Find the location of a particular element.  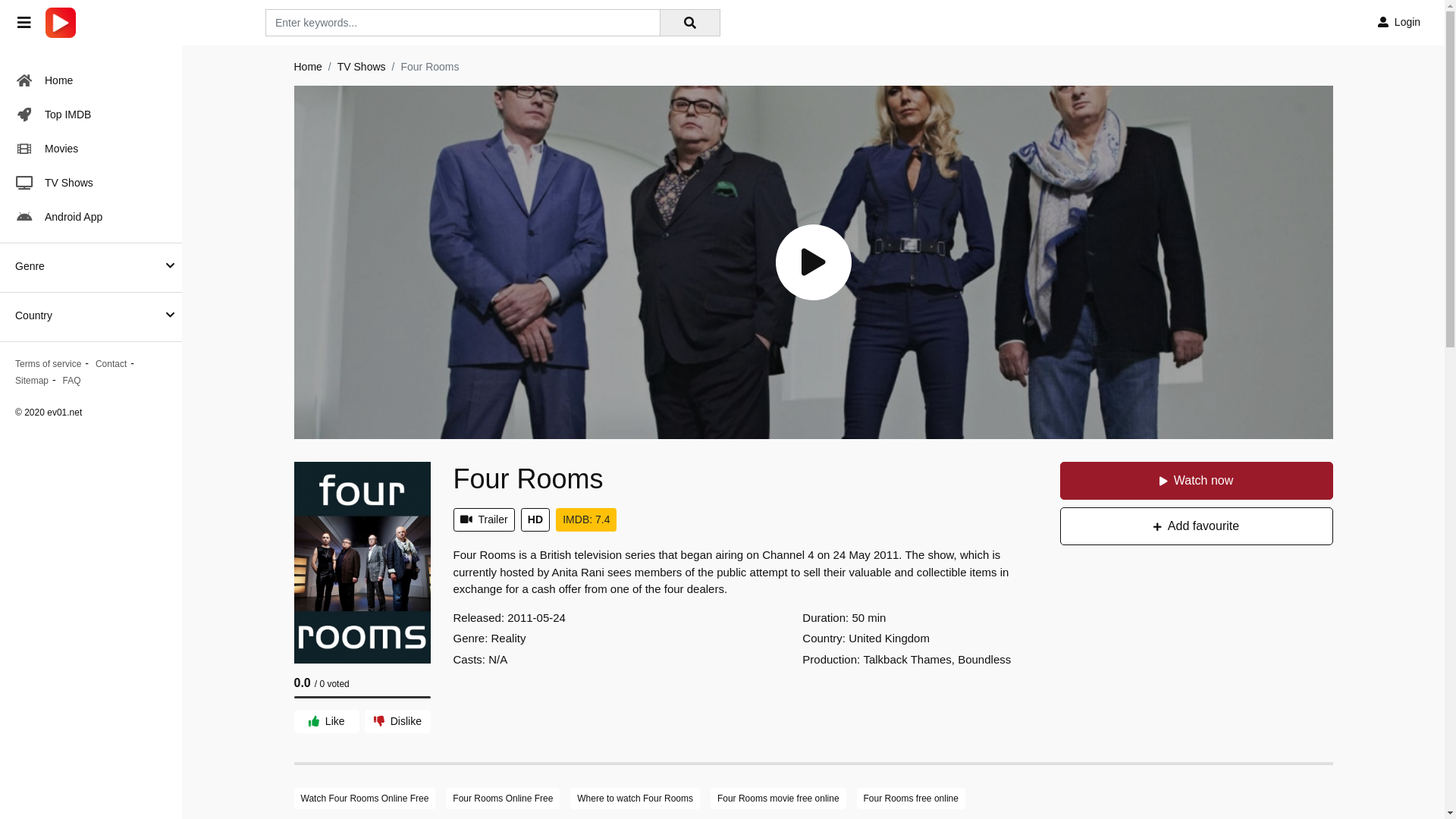

'Terms of service' is located at coordinates (48, 364).